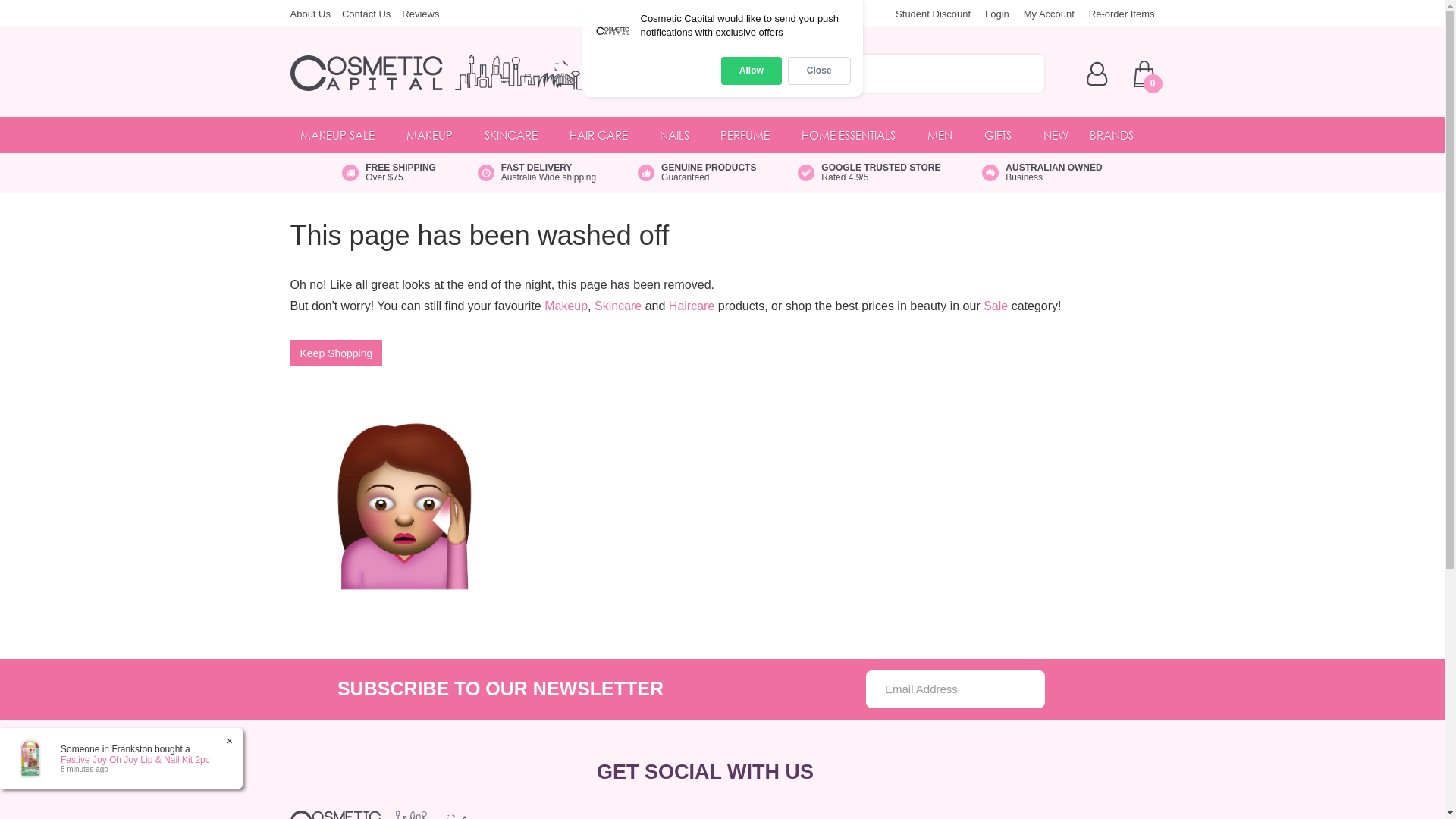 This screenshot has width=1456, height=819. I want to click on 'PERFUME', so click(751, 133).